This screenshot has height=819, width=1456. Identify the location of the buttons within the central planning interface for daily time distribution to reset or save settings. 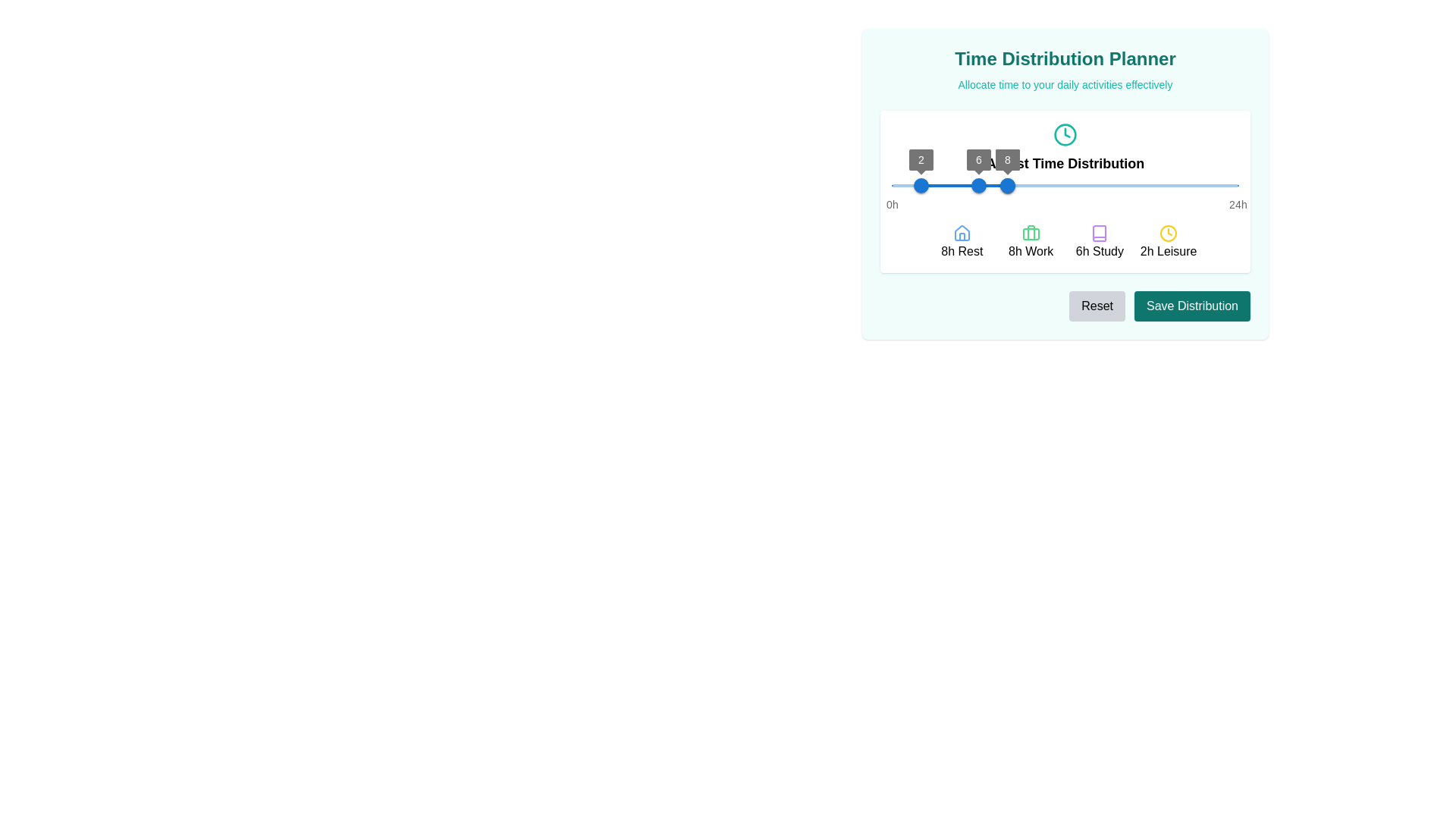
(1065, 184).